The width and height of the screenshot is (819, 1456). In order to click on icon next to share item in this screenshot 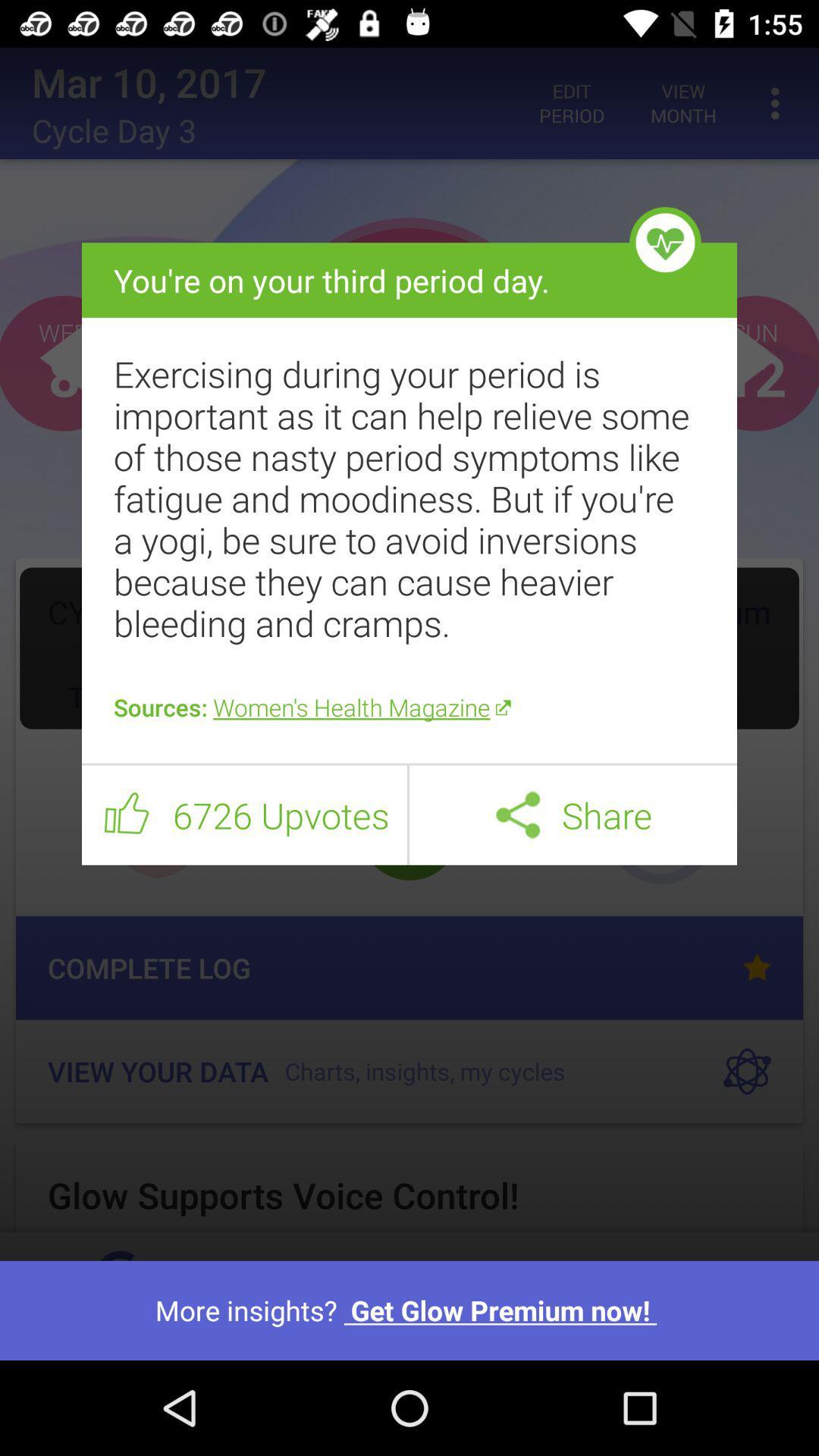, I will do `click(517, 814)`.